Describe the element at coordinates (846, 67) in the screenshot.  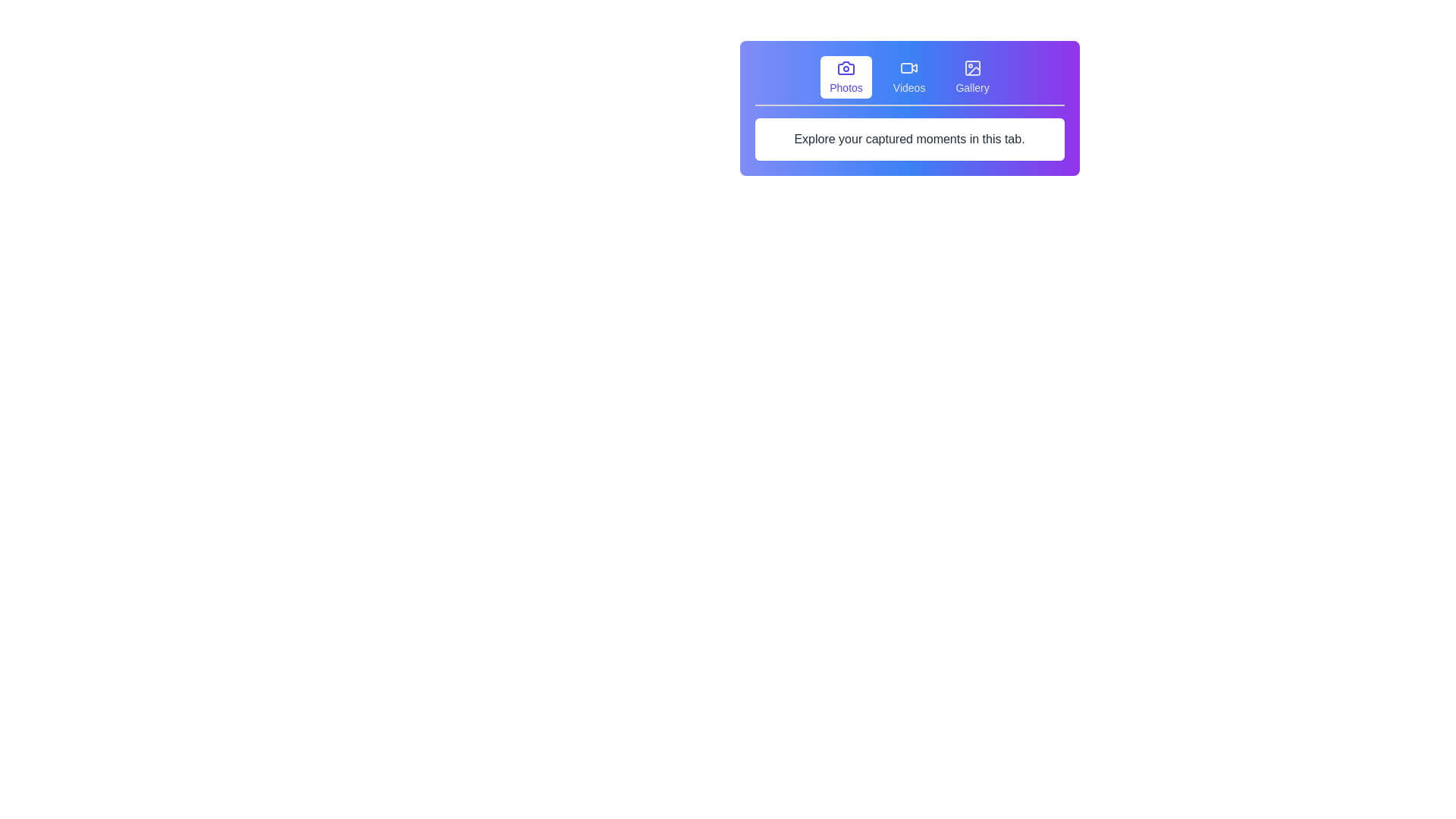
I see `the 'Photos' tab icon located in the top section of the interface` at that location.